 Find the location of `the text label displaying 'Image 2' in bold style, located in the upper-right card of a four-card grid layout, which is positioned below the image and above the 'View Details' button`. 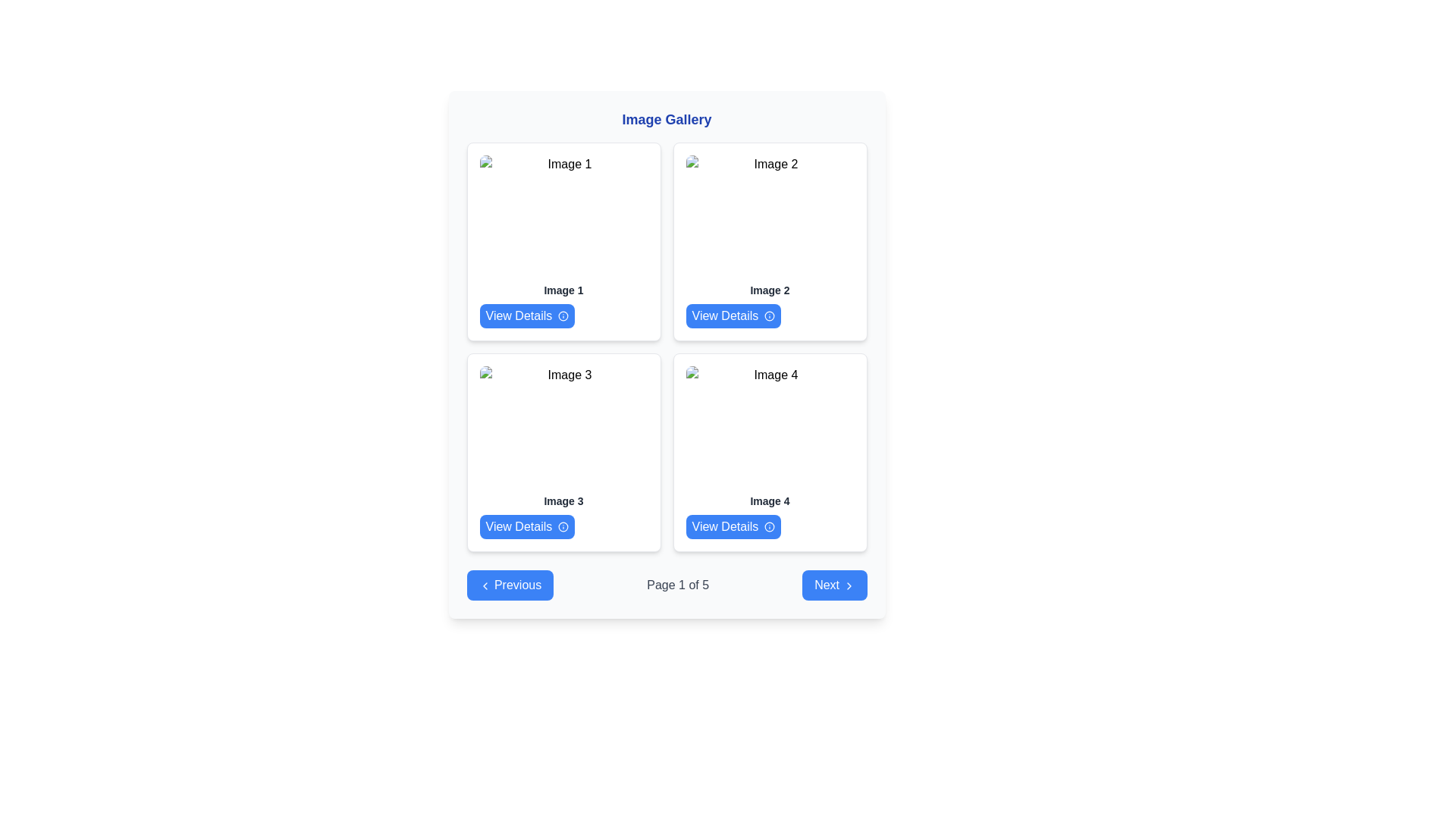

the text label displaying 'Image 2' in bold style, located in the upper-right card of a four-card grid layout, which is positioned below the image and above the 'View Details' button is located at coordinates (770, 290).